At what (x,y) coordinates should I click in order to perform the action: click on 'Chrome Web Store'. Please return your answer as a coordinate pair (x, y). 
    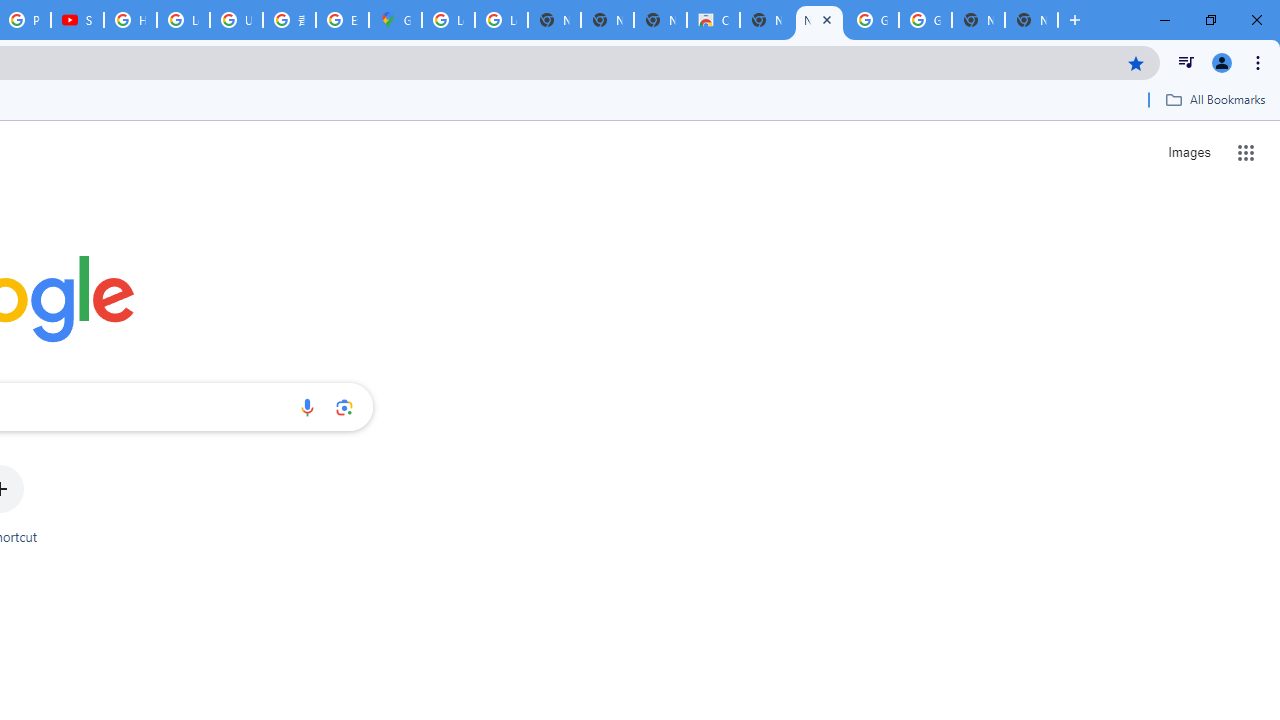
    Looking at the image, I should click on (713, 20).